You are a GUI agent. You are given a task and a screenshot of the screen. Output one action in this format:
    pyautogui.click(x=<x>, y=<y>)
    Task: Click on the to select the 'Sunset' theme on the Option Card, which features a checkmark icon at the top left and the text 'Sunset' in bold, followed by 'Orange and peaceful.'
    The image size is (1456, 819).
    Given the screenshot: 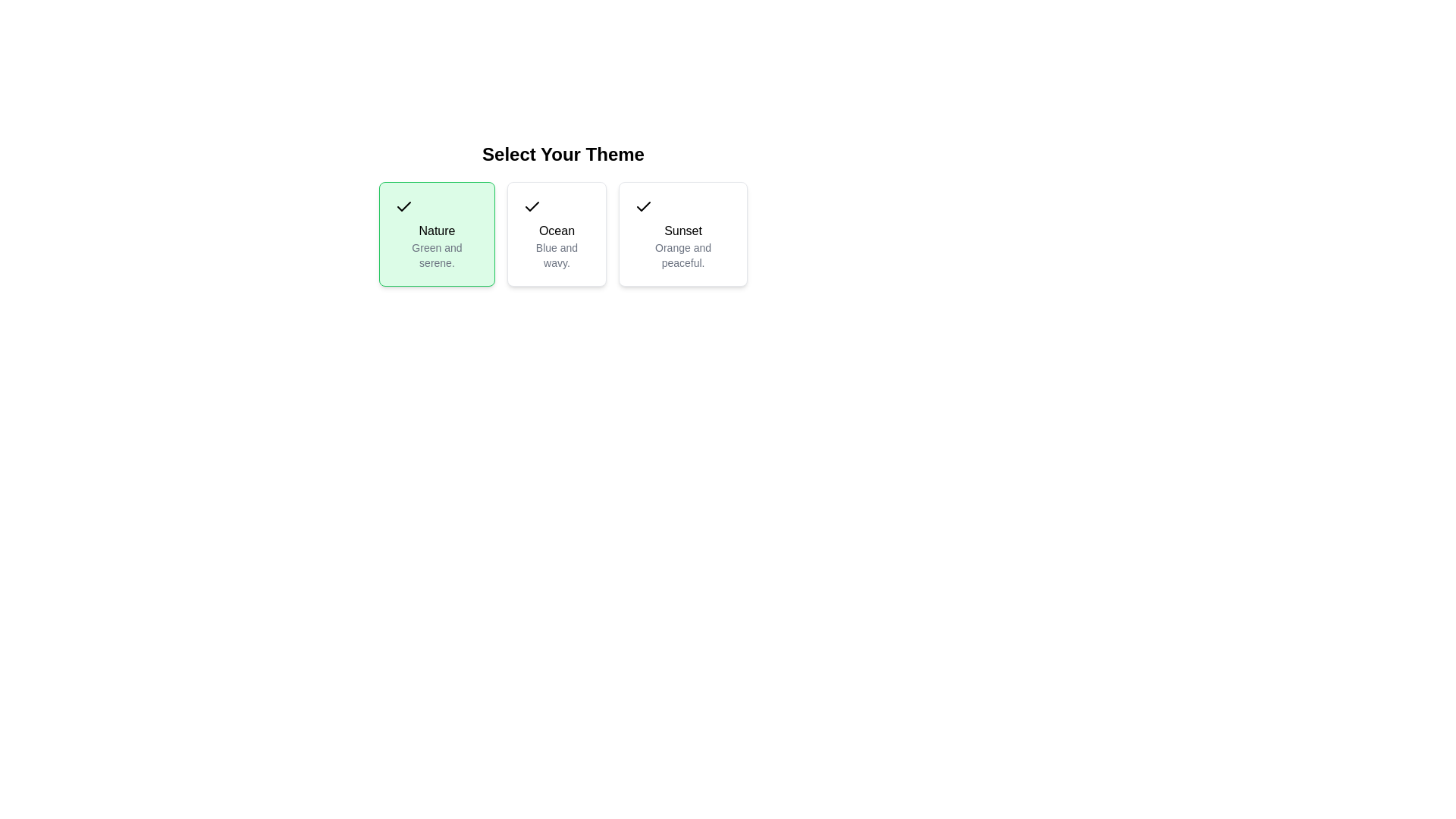 What is the action you would take?
    pyautogui.click(x=682, y=234)
    